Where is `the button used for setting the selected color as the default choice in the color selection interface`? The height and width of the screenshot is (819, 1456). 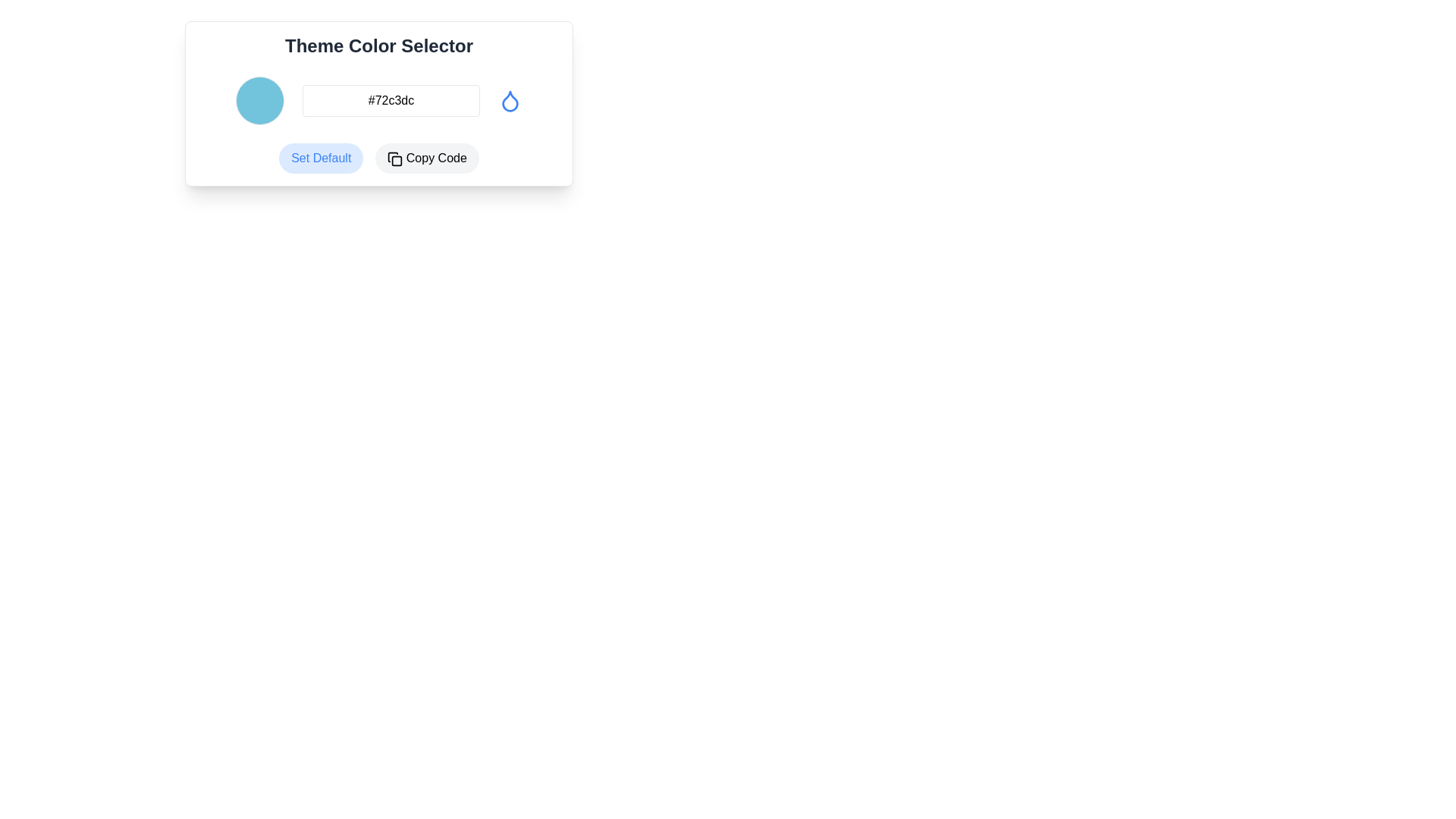 the button used for setting the selected color as the default choice in the color selection interface is located at coordinates (320, 158).